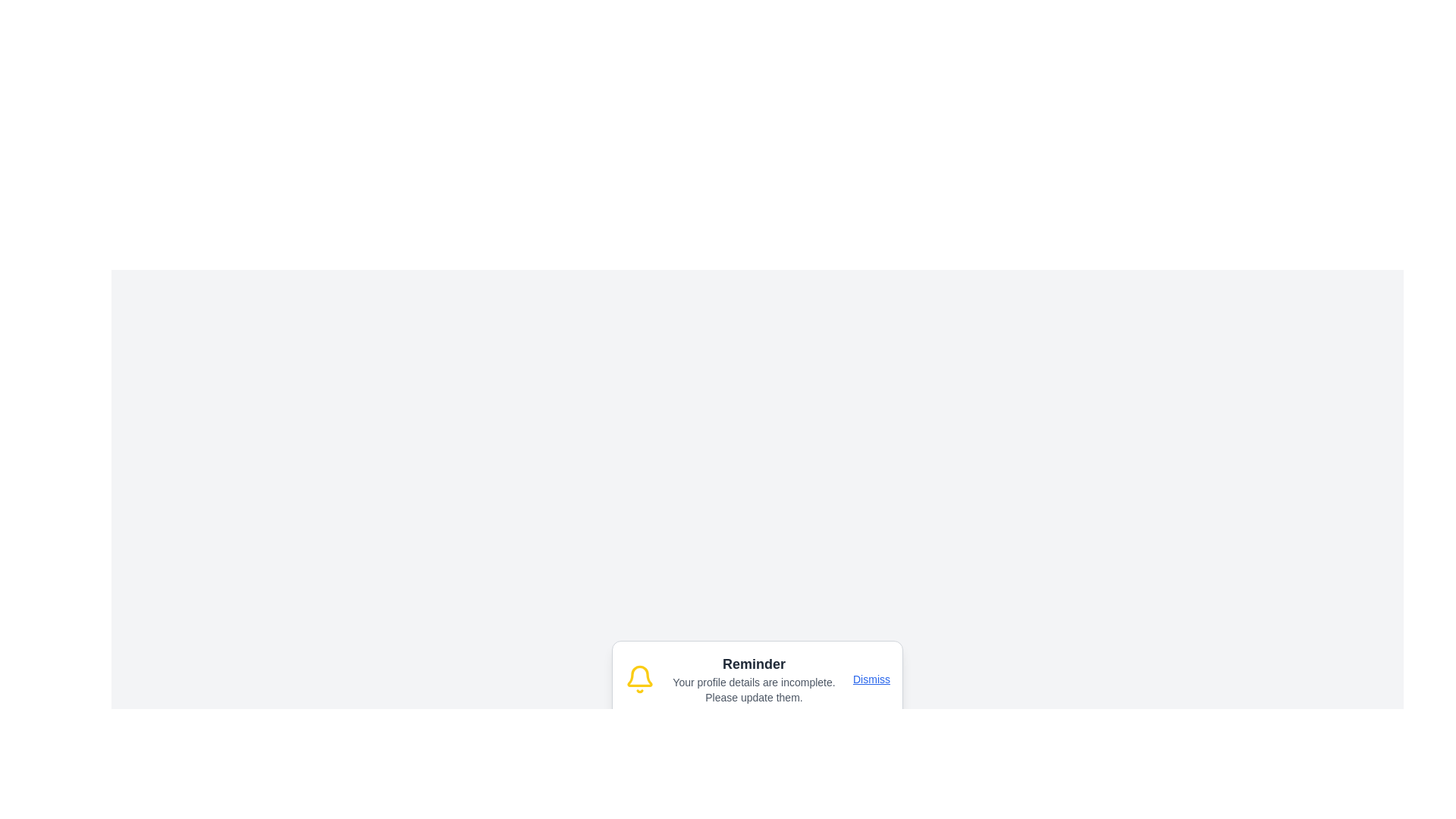 Image resolution: width=1456 pixels, height=819 pixels. What do you see at coordinates (754, 663) in the screenshot?
I see `the 'Reminder' static text label, which is prominently displayed in bold, large, gray-black font at the top of the notification card` at bounding box center [754, 663].